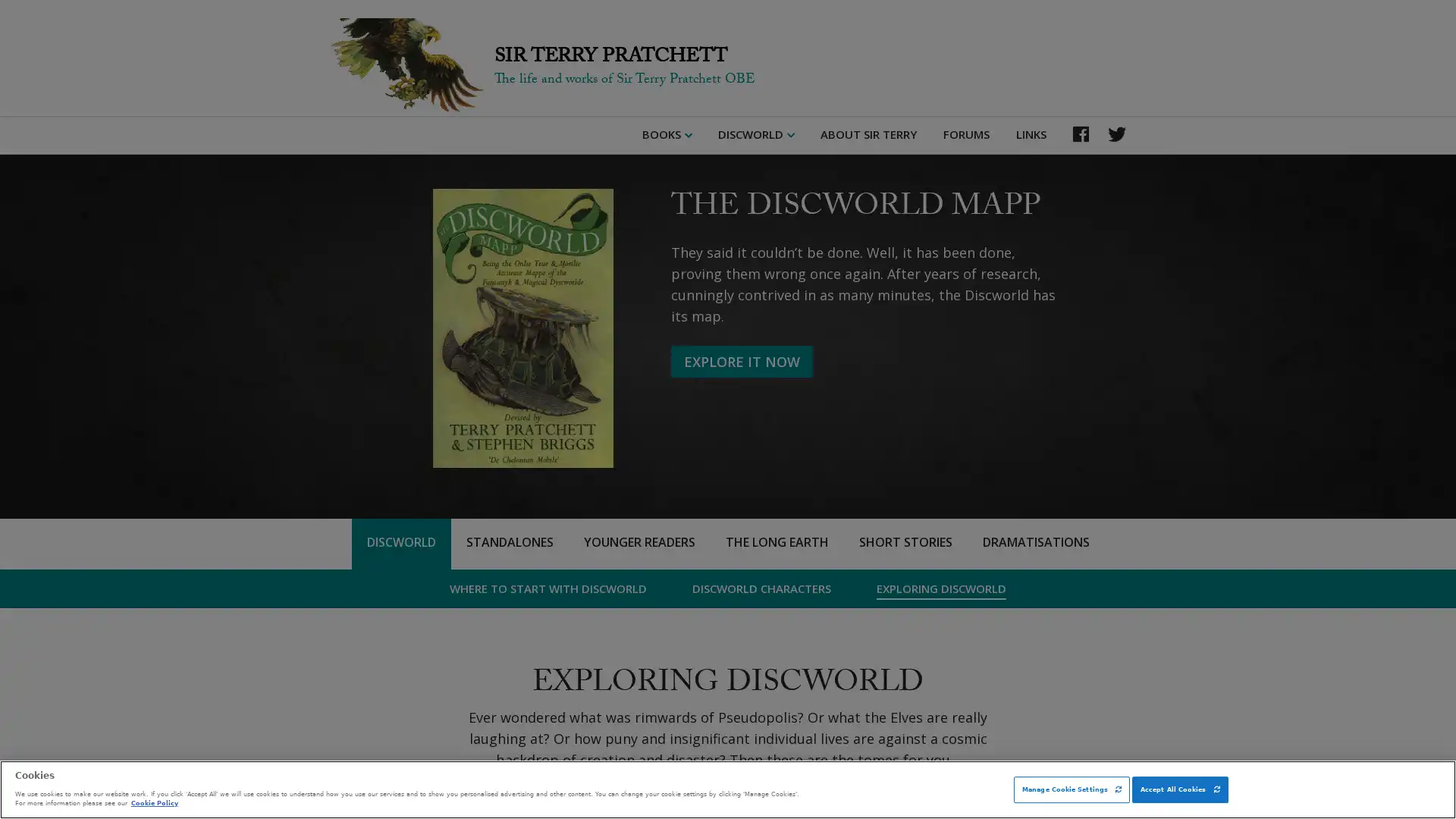  I want to click on Manage Cookie Settings, so click(1071, 789).